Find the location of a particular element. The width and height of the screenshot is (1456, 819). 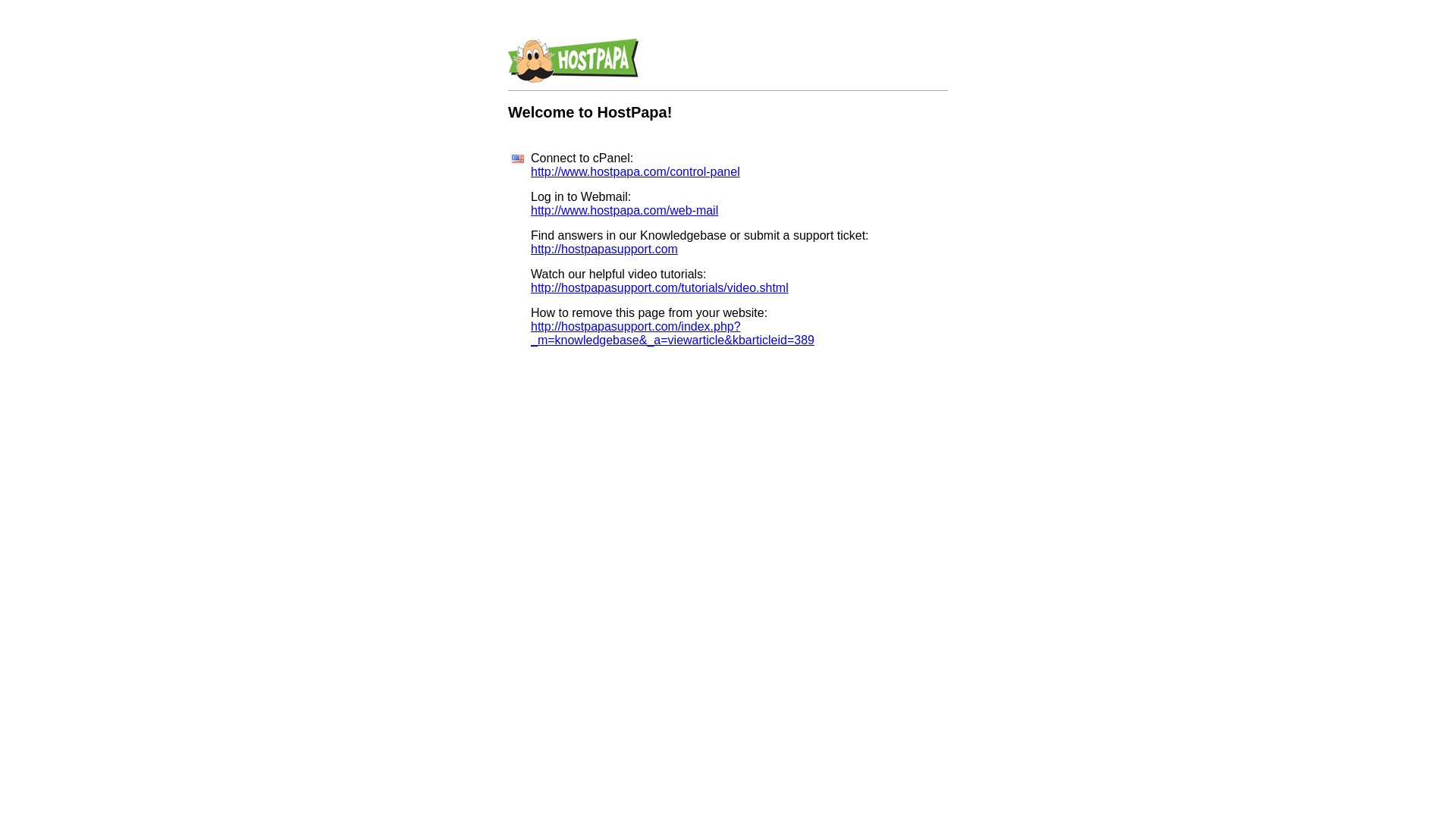

'http://www.hostpapa.com/control-panel' is located at coordinates (531, 171).